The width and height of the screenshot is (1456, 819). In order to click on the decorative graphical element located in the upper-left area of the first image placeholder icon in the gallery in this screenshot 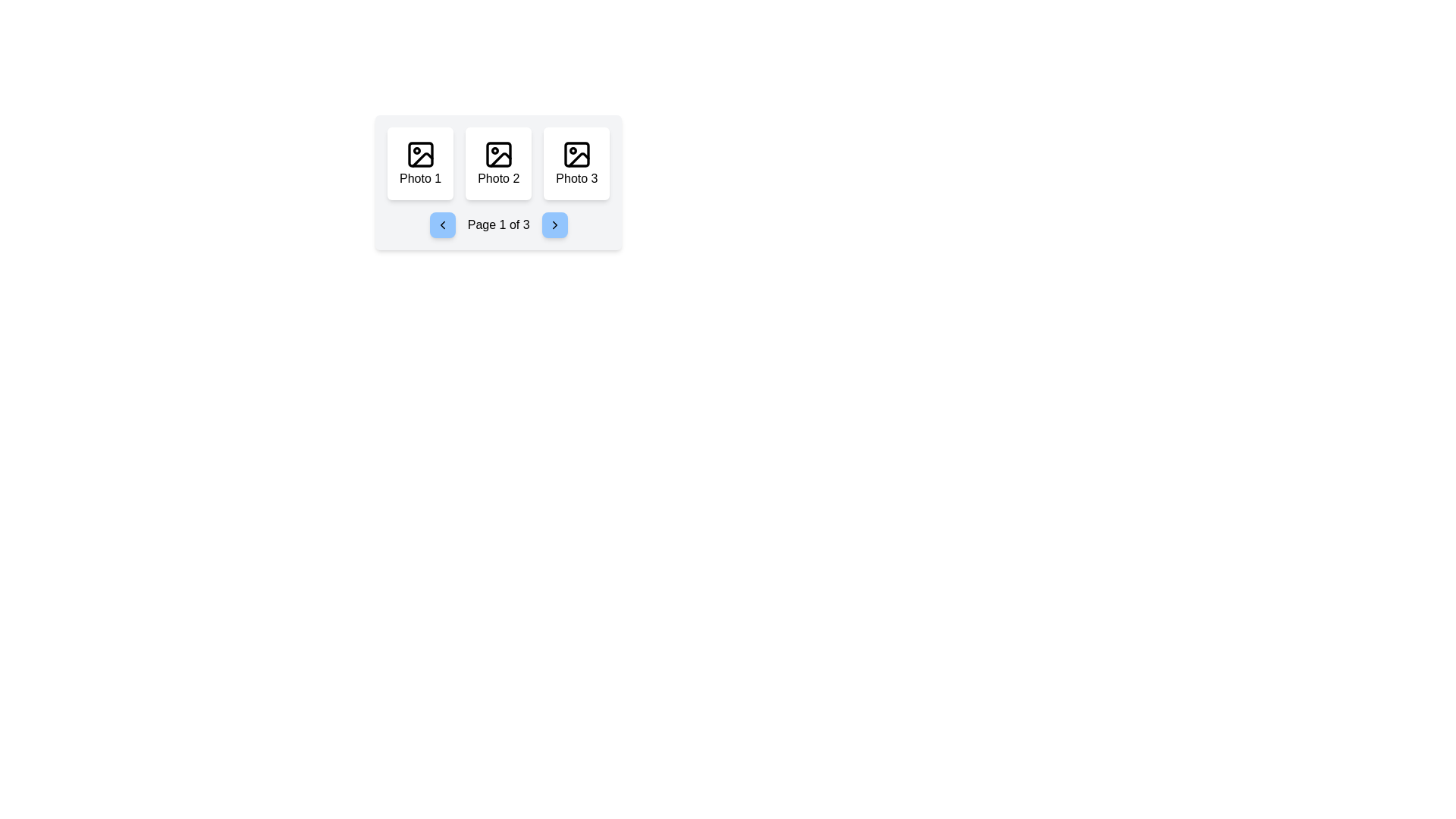, I will do `click(420, 155)`.